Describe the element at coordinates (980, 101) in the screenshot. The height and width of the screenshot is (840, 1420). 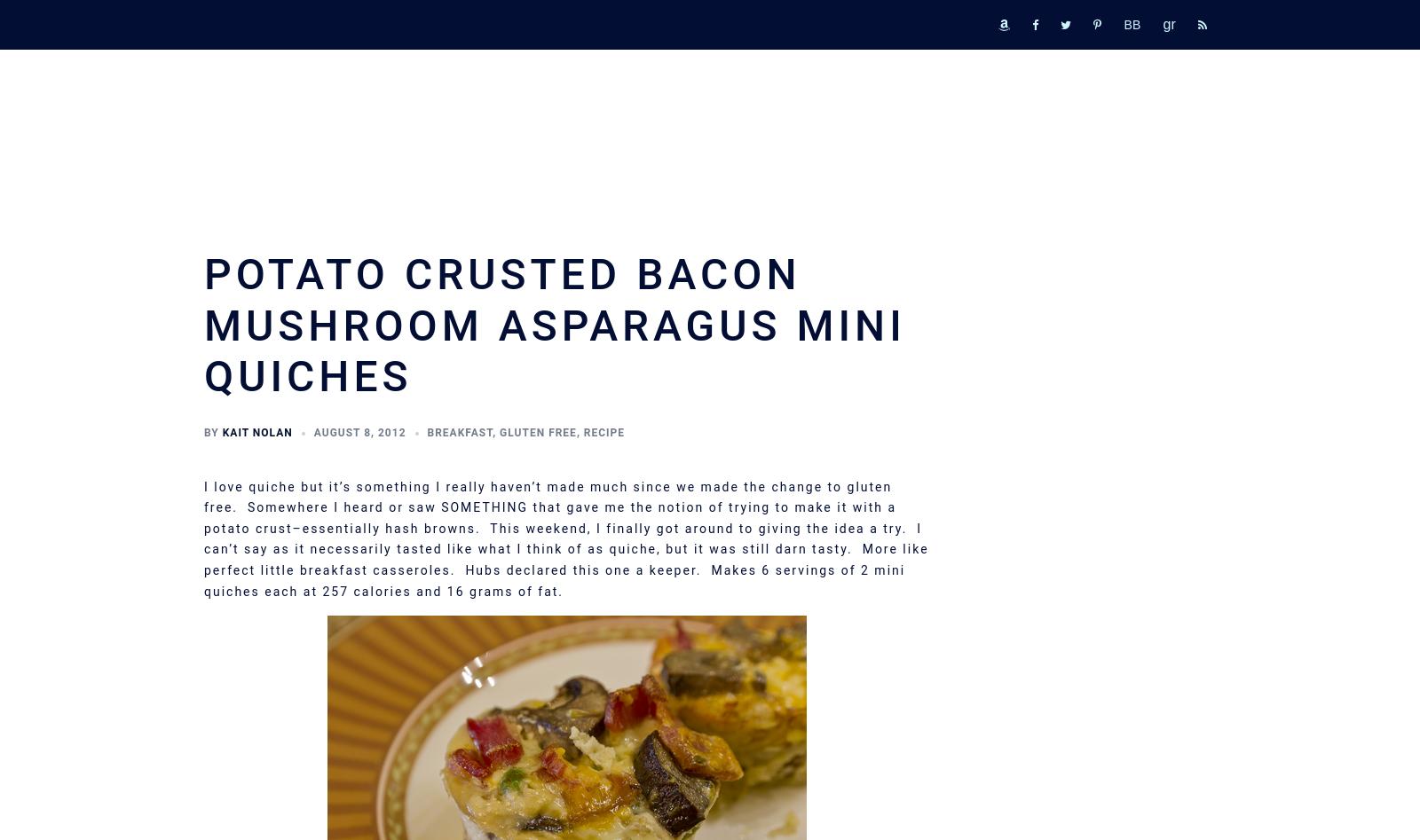
I see `'Merch'` at that location.